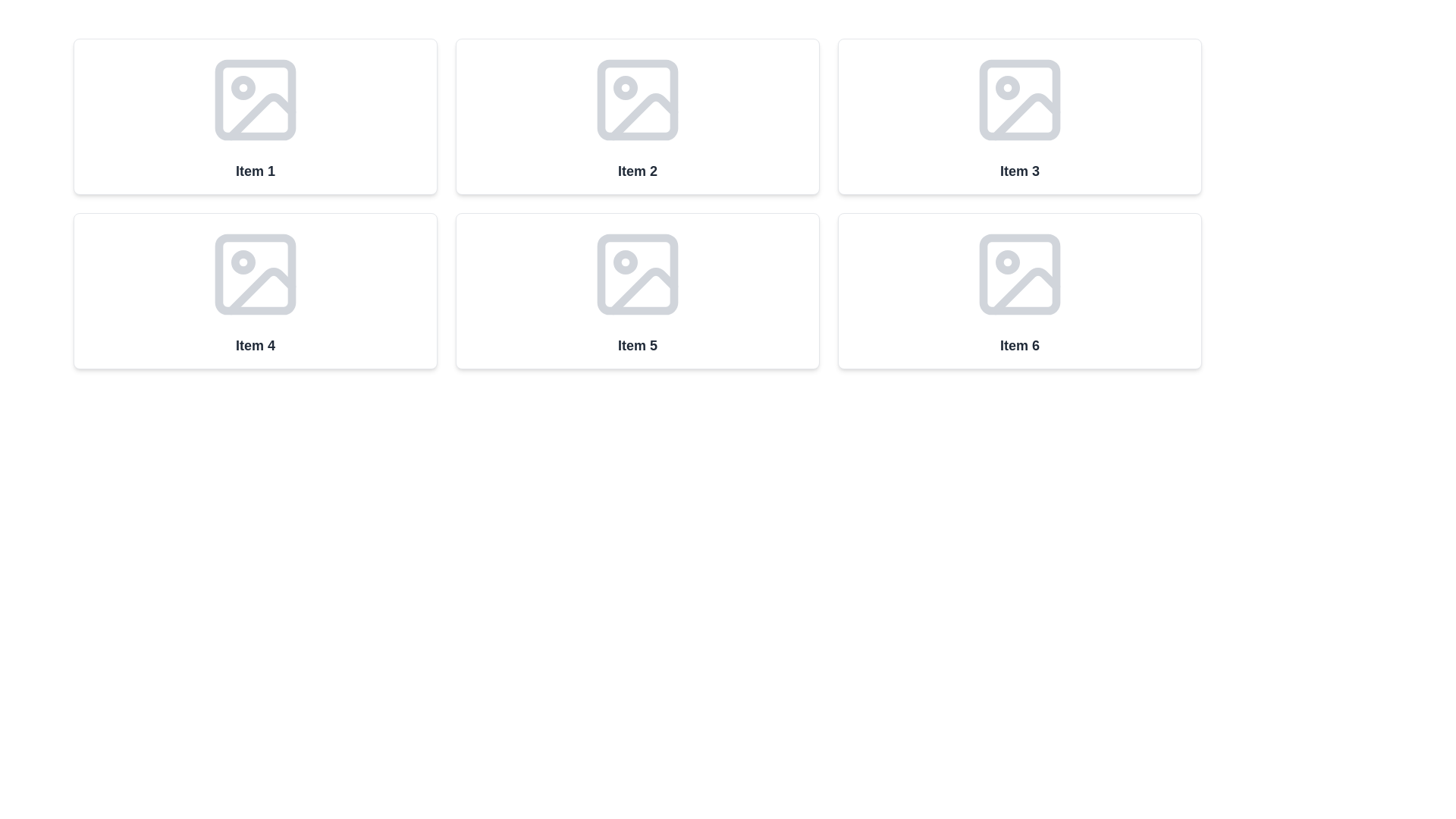  Describe the element at coordinates (255, 171) in the screenshot. I see `the static text label located in the lower portion of the first card in a 2x3 grid layout` at that location.